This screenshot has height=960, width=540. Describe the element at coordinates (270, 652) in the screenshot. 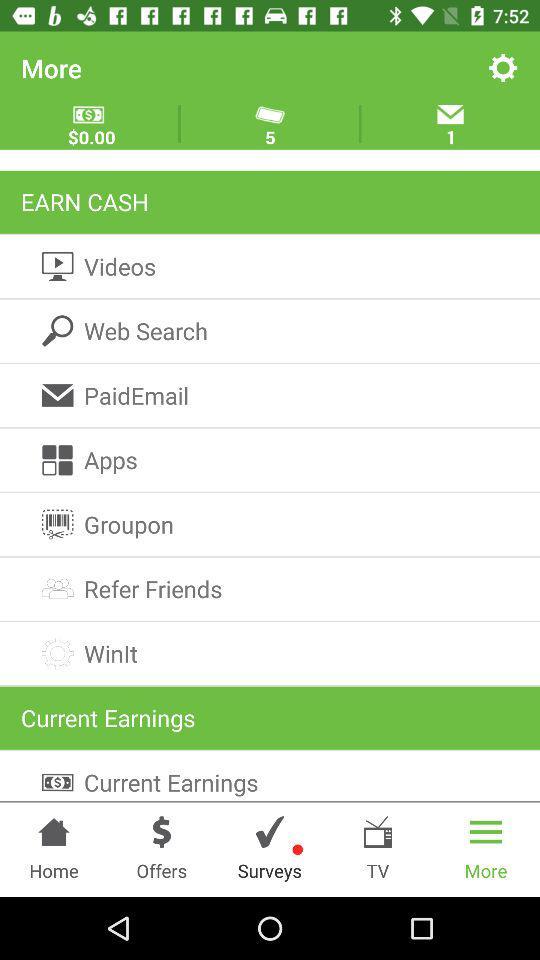

I see `item below refer friends icon` at that location.